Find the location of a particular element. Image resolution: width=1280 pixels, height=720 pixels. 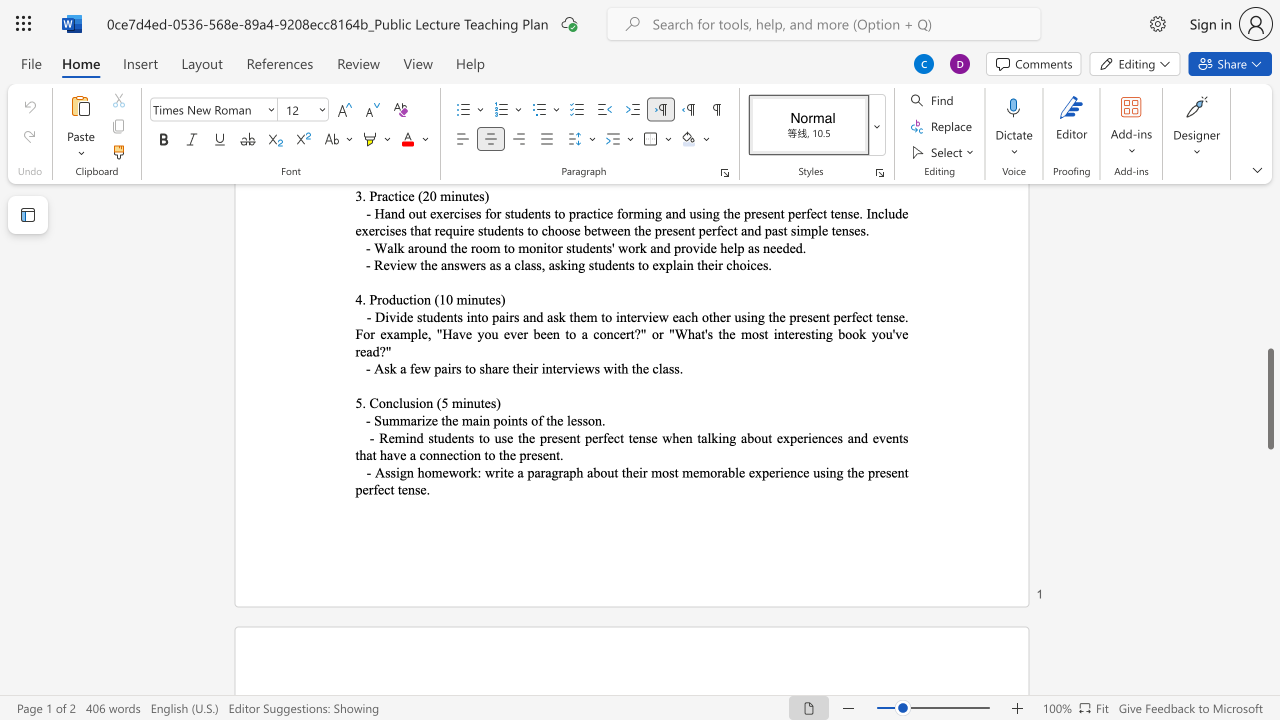

the scrollbar to scroll the page up is located at coordinates (1269, 248).